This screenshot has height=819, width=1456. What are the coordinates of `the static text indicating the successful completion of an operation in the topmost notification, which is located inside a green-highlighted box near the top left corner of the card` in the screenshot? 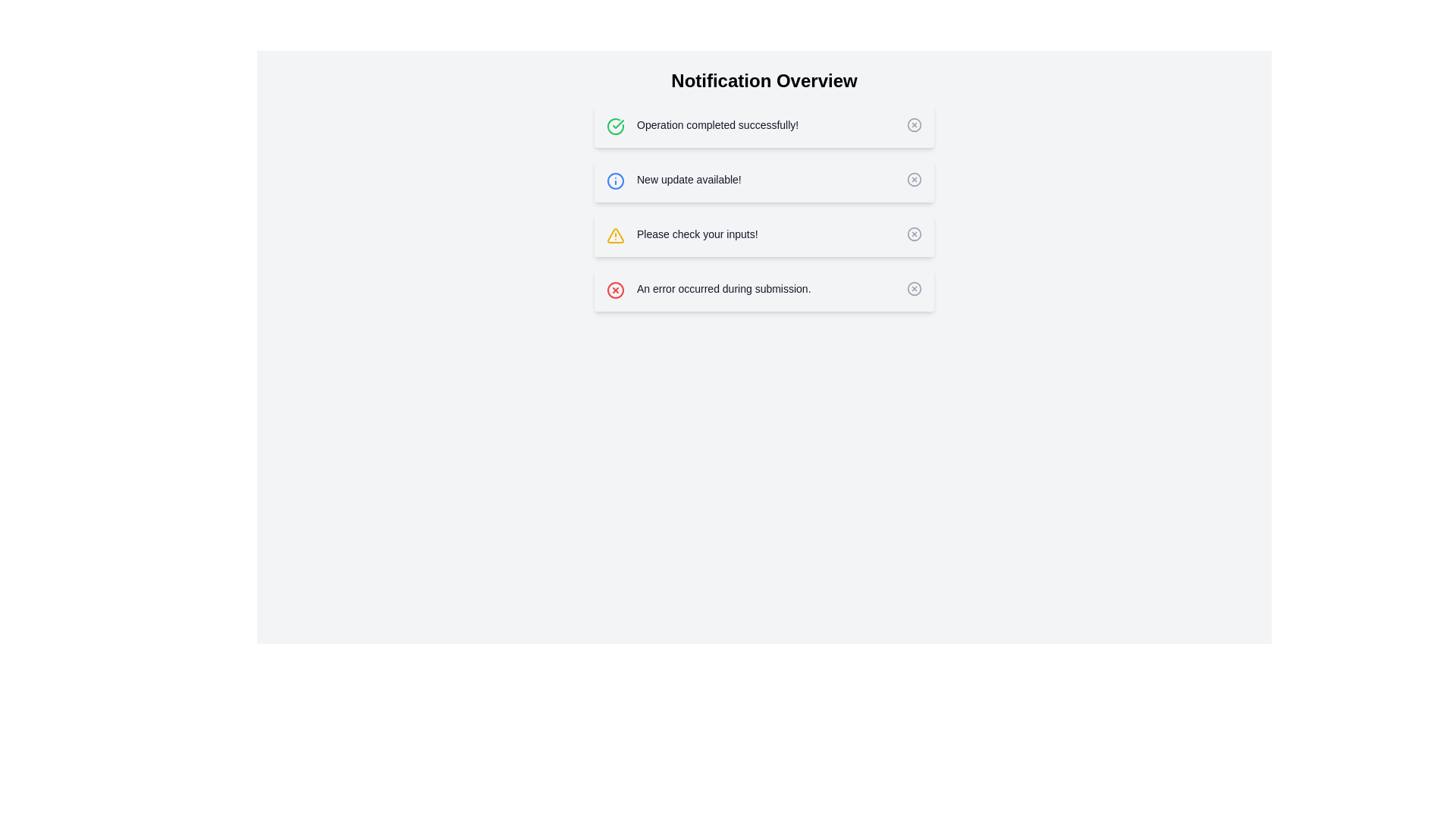 It's located at (717, 124).